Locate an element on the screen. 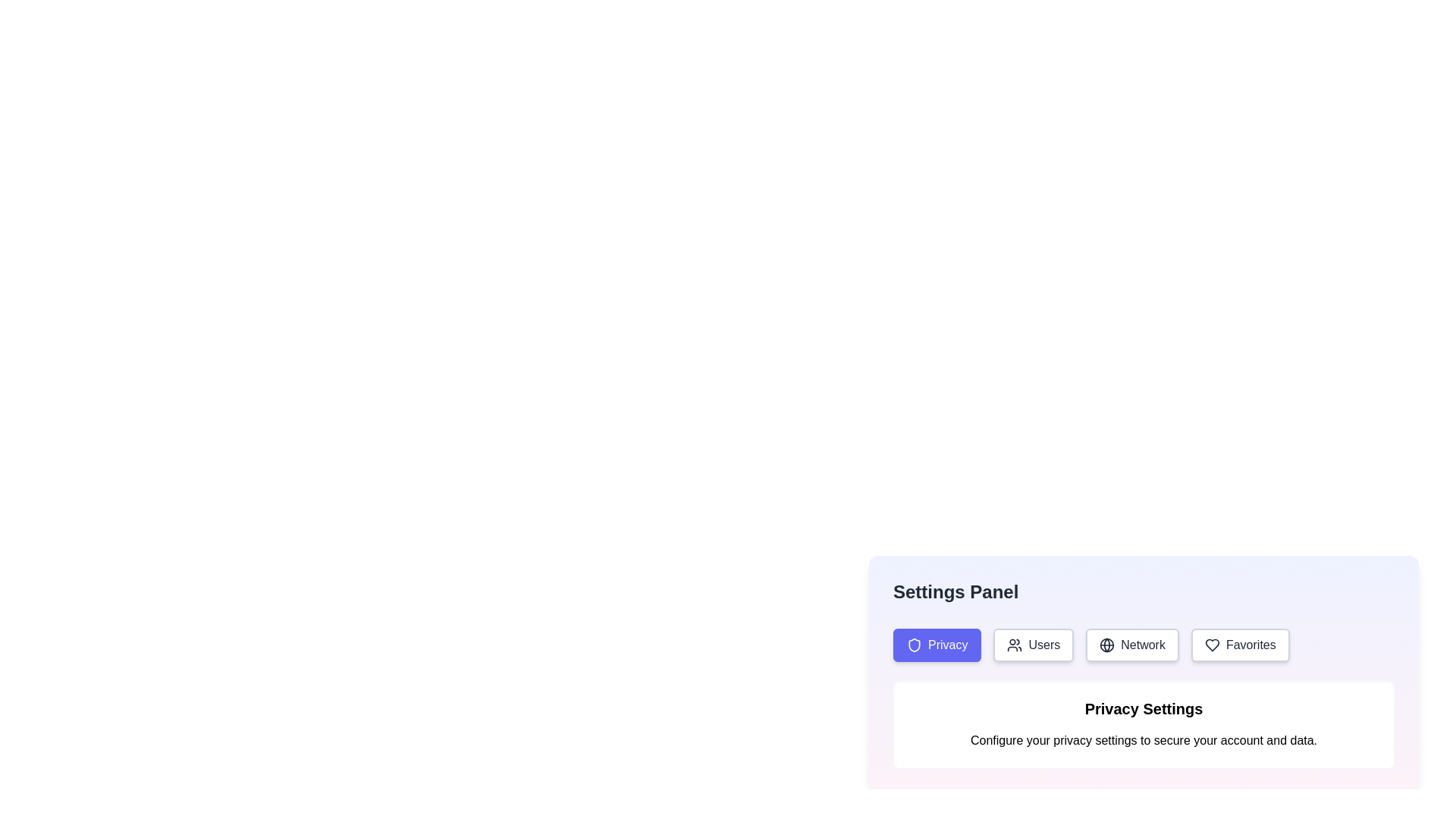  the 'Favorites' button, which is the fourth button in a horizontal group of four buttons including 'Privacy', 'Users', and 'Network' is located at coordinates (1240, 645).